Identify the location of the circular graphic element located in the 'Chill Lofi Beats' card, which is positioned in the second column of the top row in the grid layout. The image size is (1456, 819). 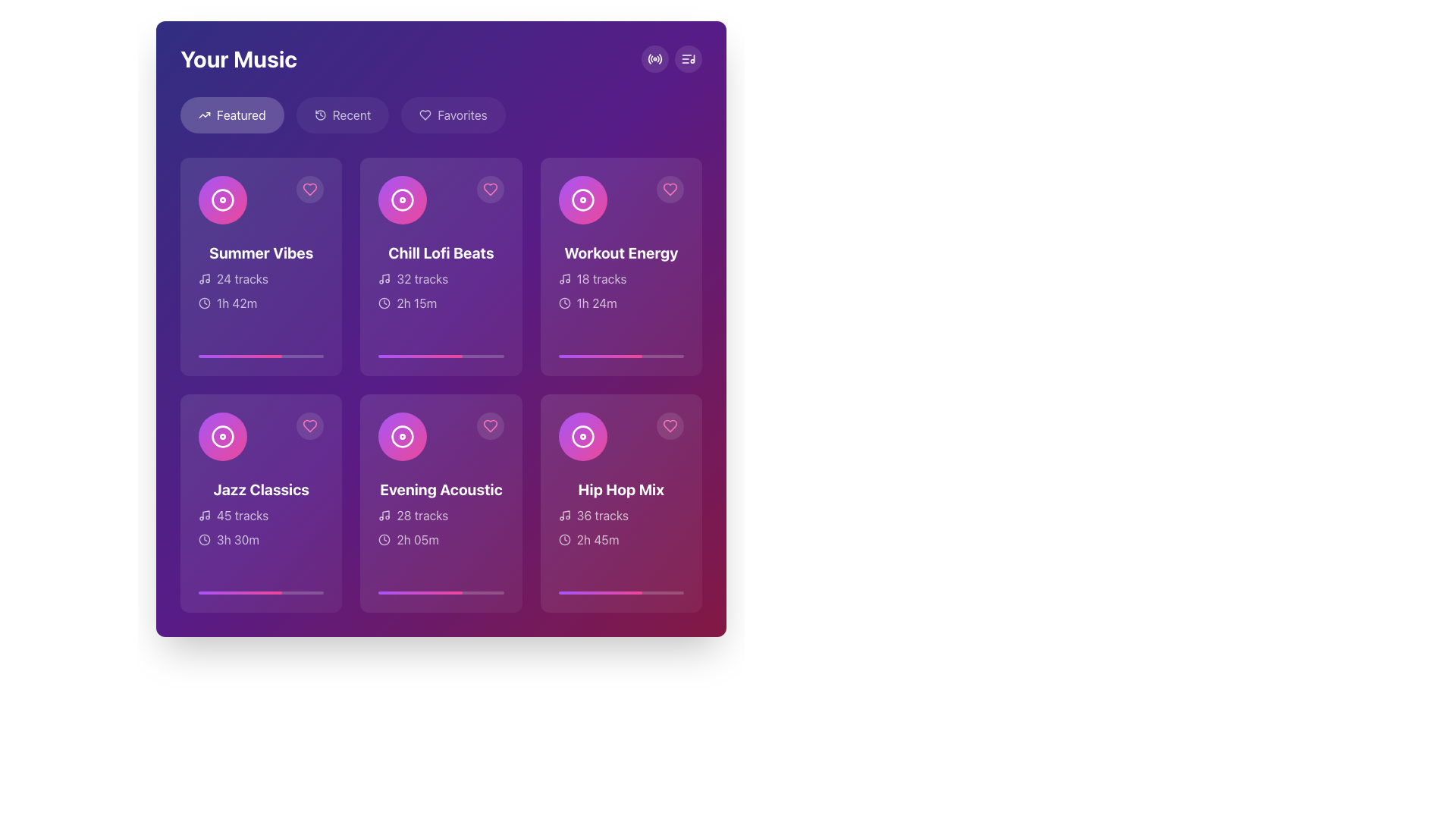
(403, 199).